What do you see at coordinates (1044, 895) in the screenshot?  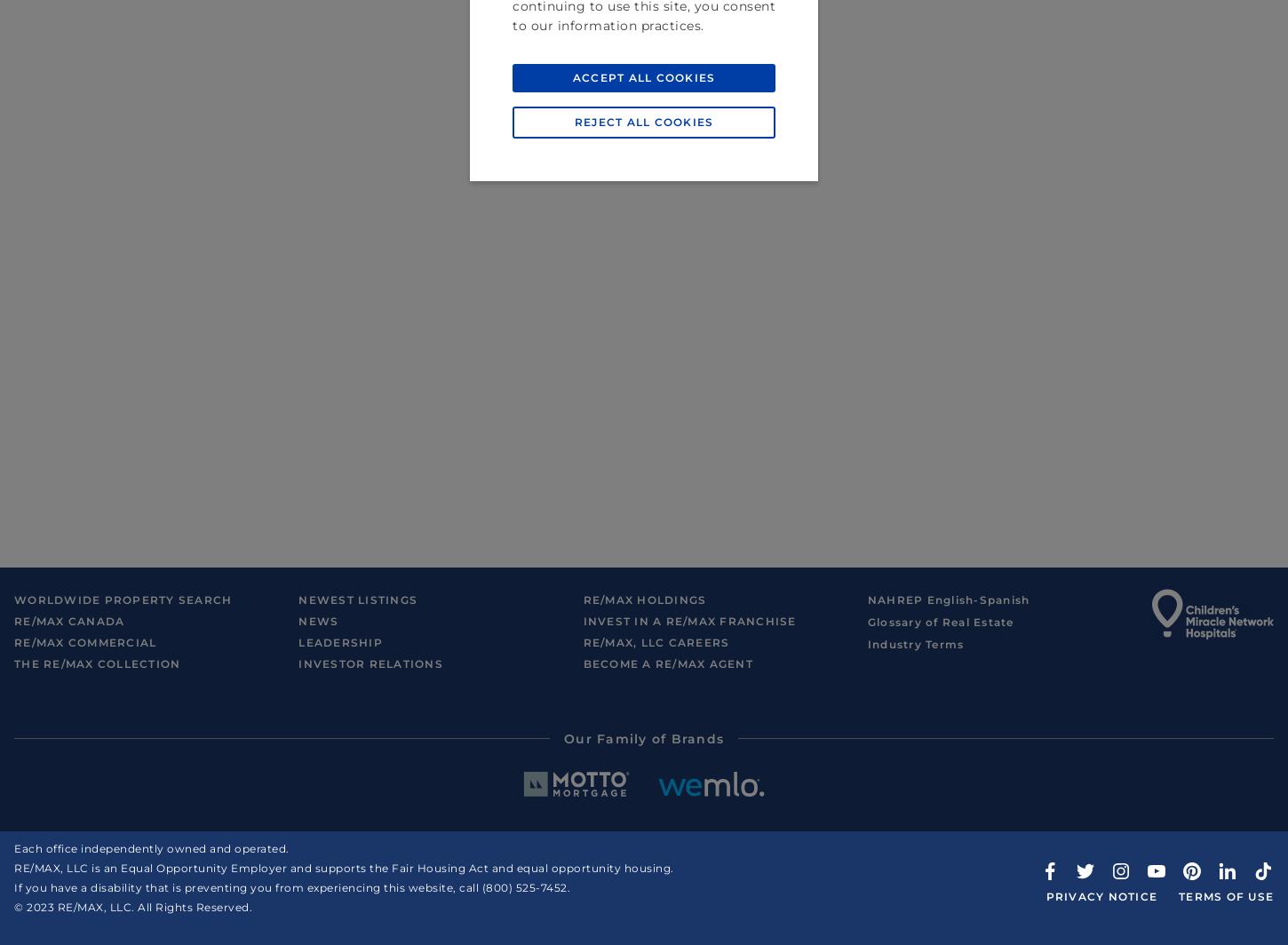 I see `'Privacy Notice'` at bounding box center [1044, 895].